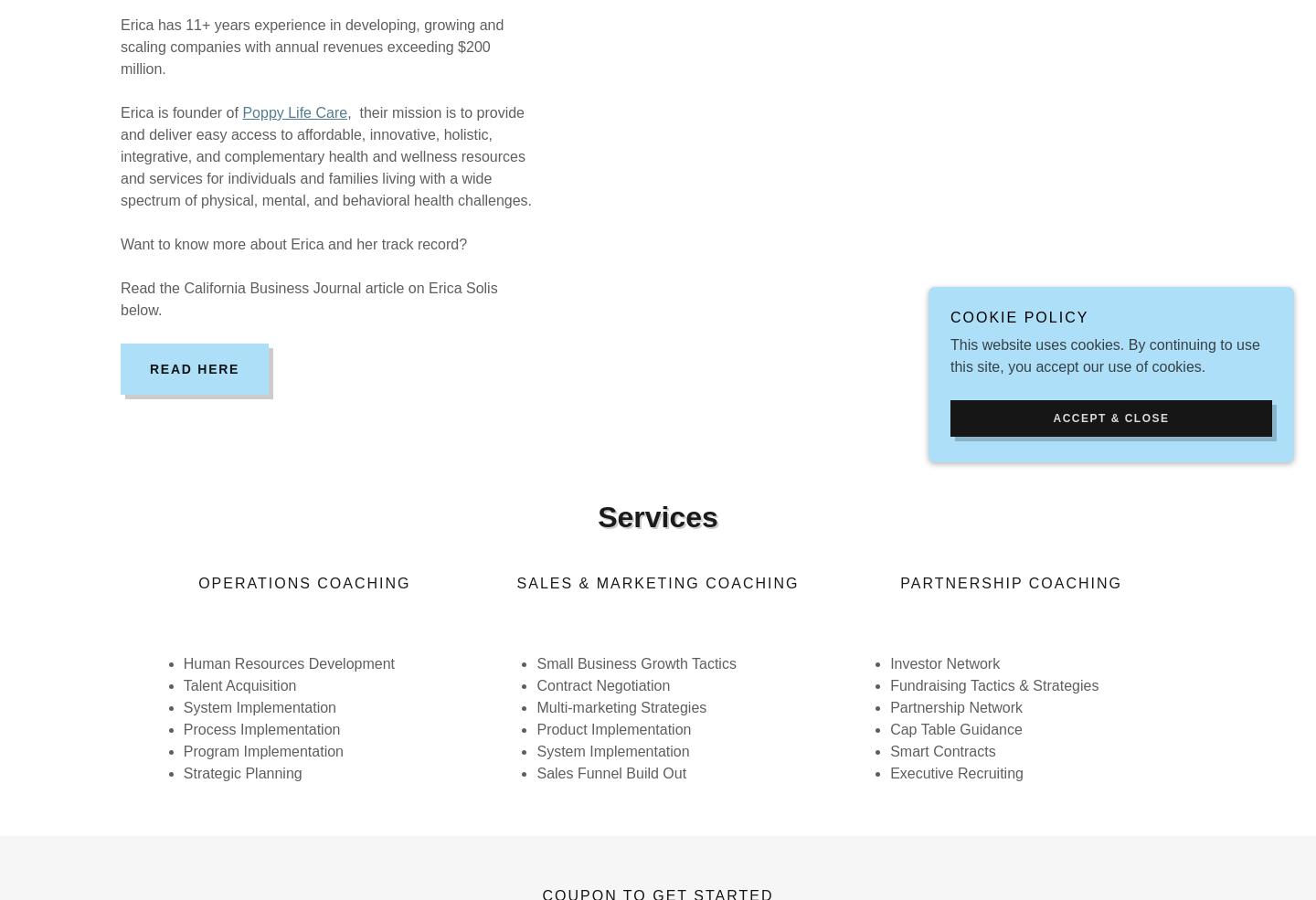 This screenshot has width=1316, height=900. I want to click on 'Product Implementation', so click(536, 728).